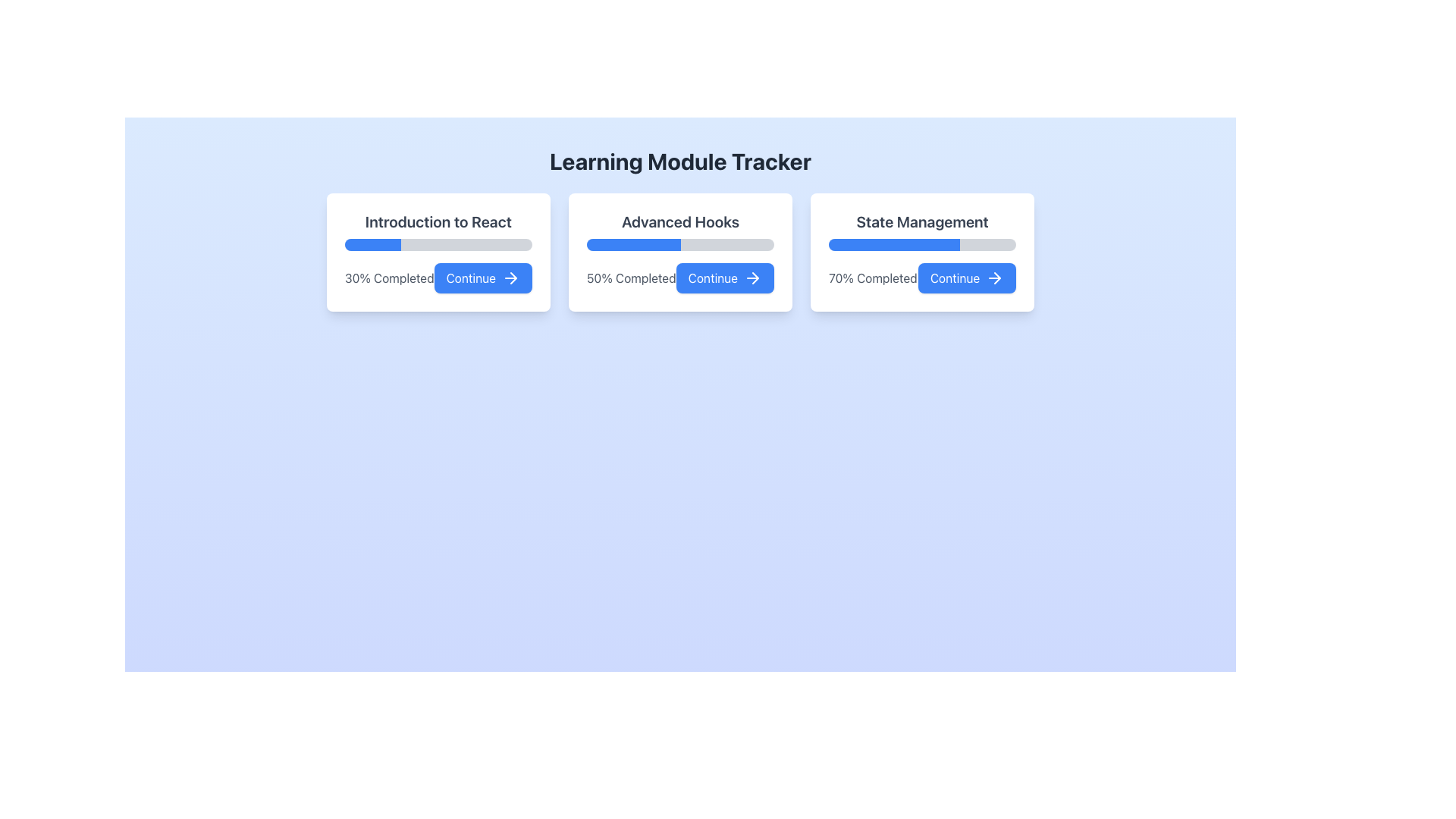 Image resolution: width=1456 pixels, height=819 pixels. I want to click on the informational label indicating the percentage of completion for the course module, located to the left of the 'Continue' button and beneath the visual progress bar, so click(389, 278).